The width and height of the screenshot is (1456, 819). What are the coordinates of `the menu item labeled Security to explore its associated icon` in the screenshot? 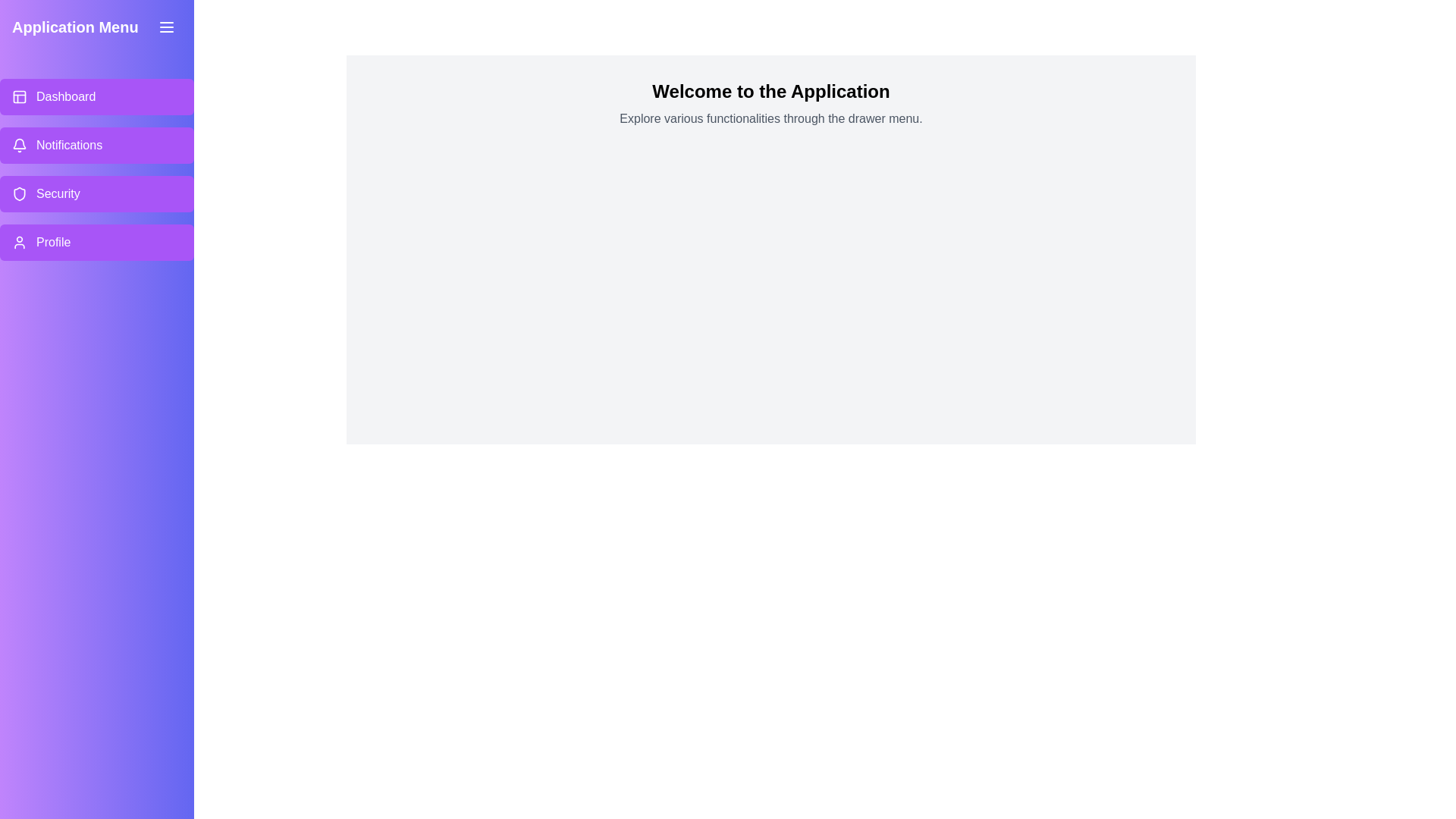 It's located at (19, 193).